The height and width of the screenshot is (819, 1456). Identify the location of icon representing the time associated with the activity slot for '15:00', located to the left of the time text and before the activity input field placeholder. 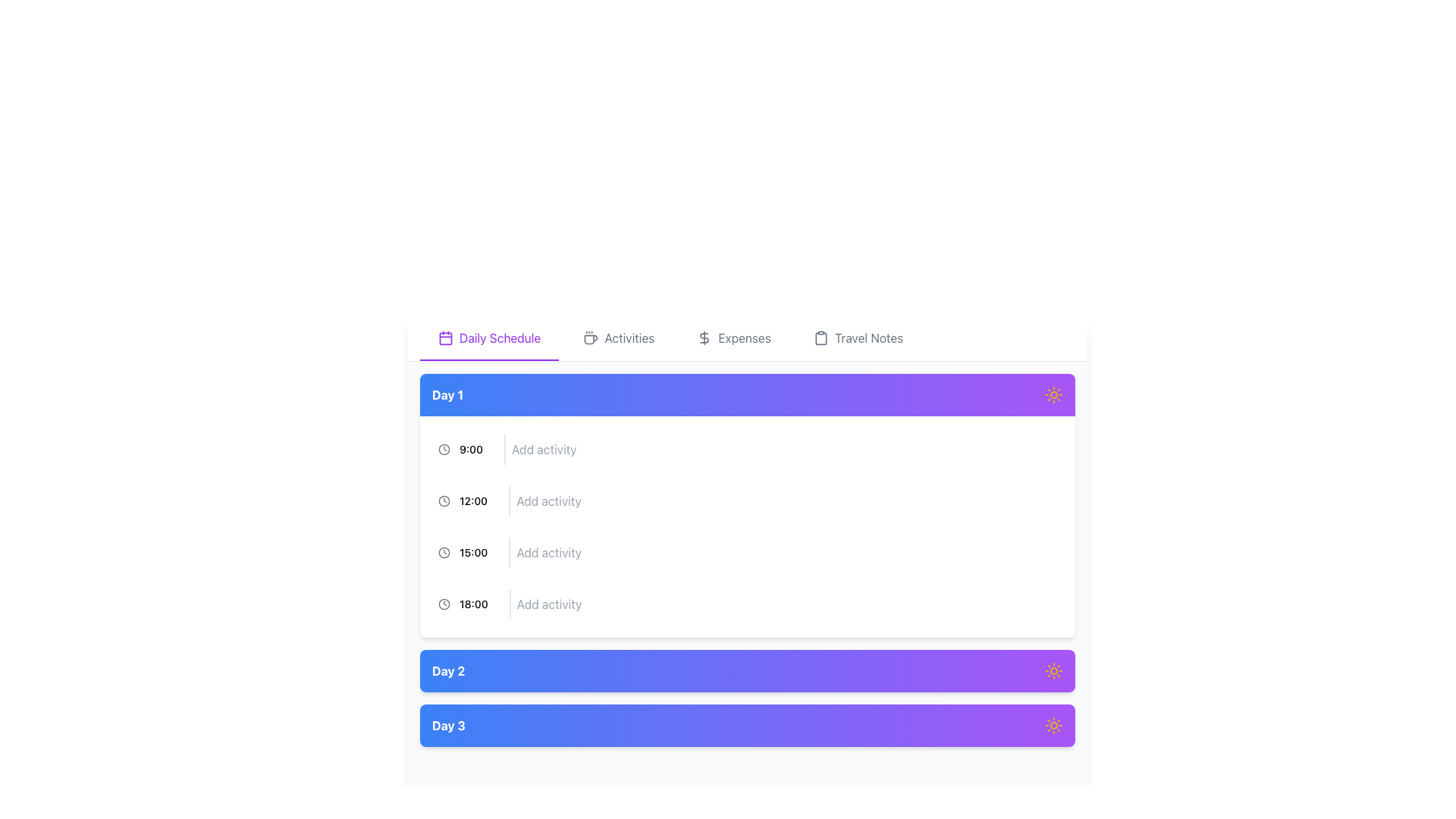
(443, 553).